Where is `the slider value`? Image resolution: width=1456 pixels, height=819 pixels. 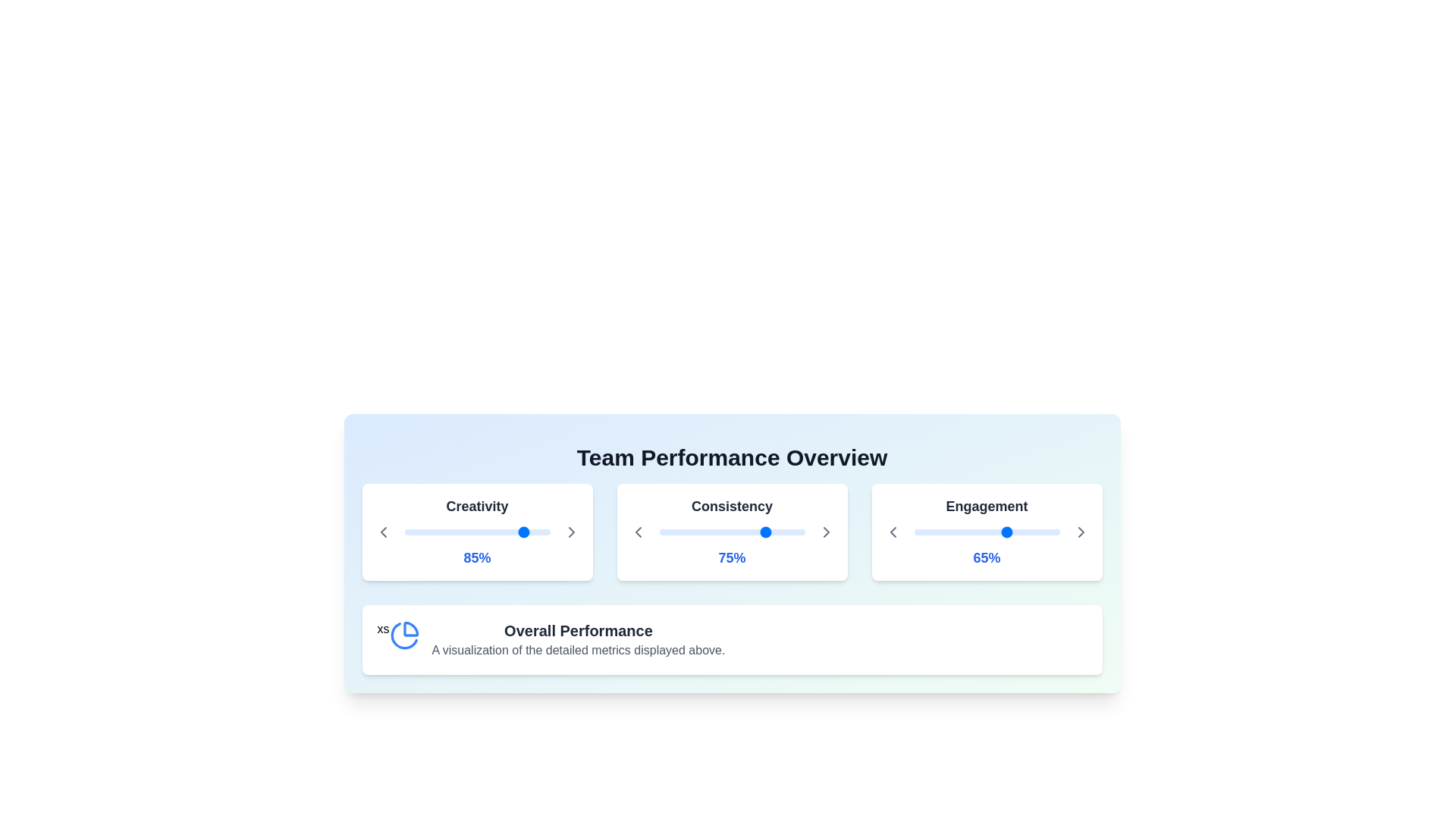
the slider value is located at coordinates (476, 532).